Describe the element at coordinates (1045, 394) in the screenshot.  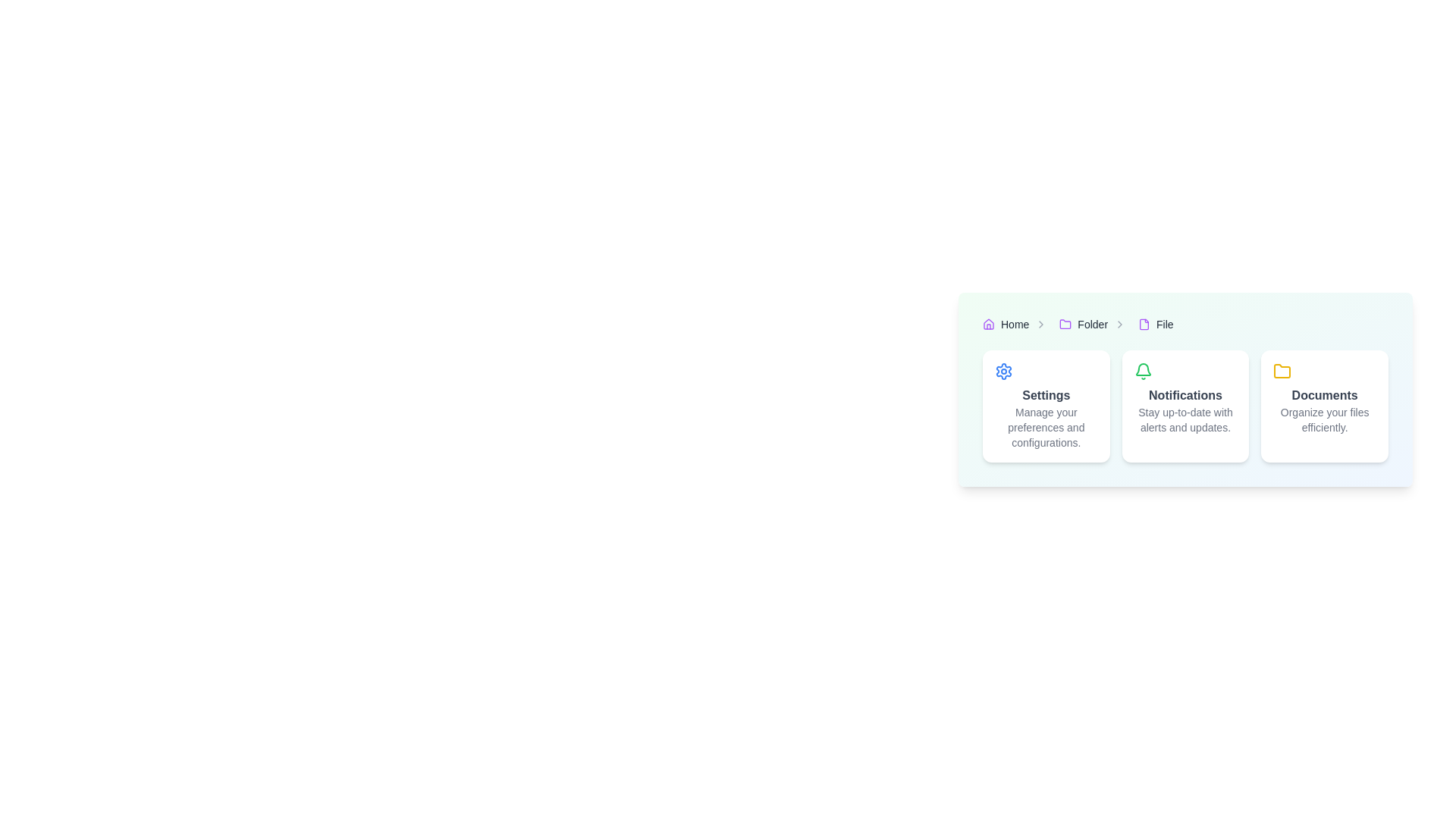
I see `contents of the 'Settings' text label, which is positioned within the first card among three horizontally aligned cards, slightly below a gear icon and above the description text` at that location.